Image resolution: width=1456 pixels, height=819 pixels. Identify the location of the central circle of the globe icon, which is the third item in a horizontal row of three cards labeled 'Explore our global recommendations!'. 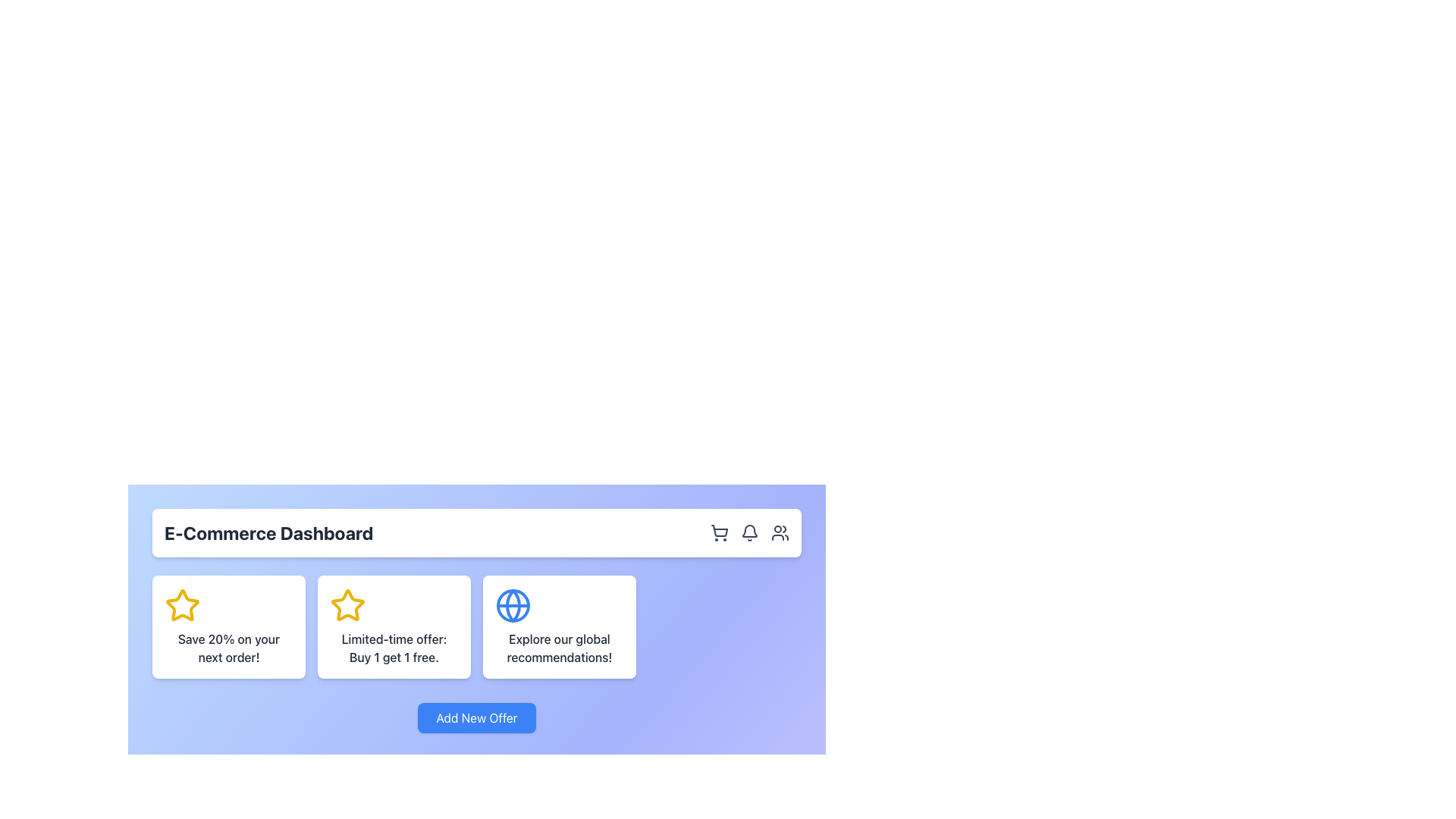
(513, 604).